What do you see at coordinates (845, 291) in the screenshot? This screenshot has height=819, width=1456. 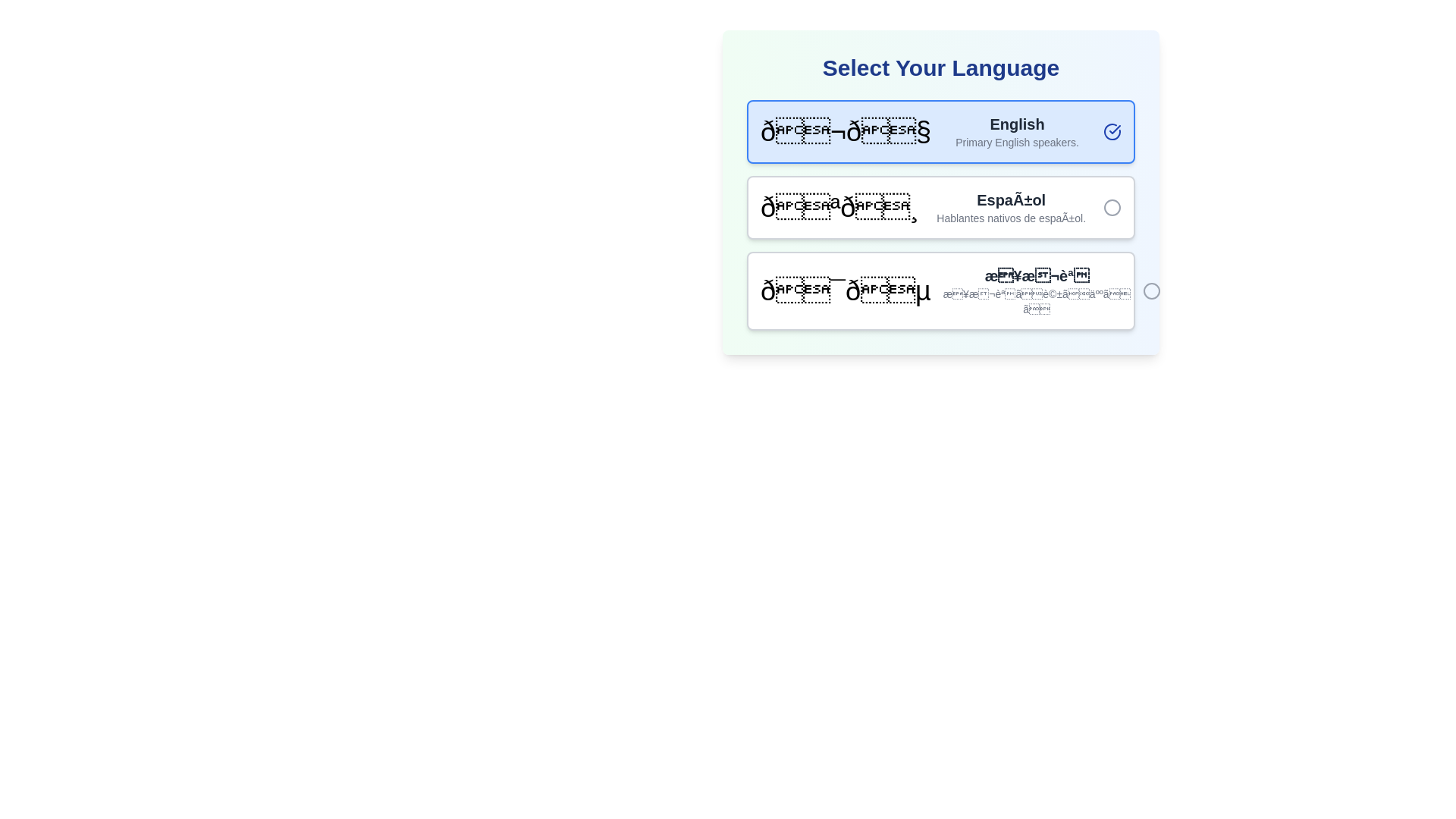 I see `the Japanese language selection option element` at bounding box center [845, 291].